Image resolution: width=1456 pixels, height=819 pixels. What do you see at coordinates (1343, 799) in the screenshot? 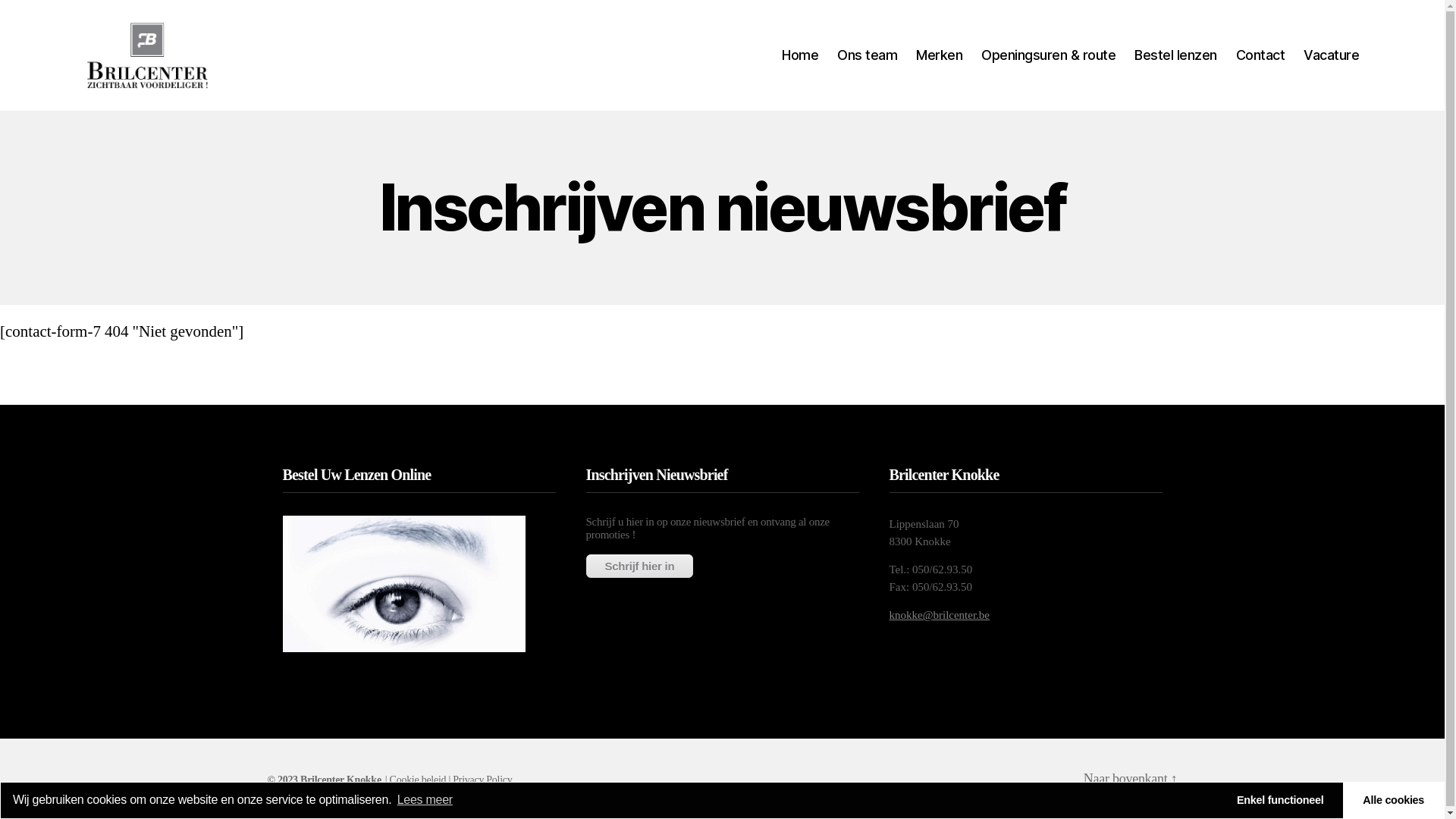
I see `'Alle cookies'` at bounding box center [1343, 799].